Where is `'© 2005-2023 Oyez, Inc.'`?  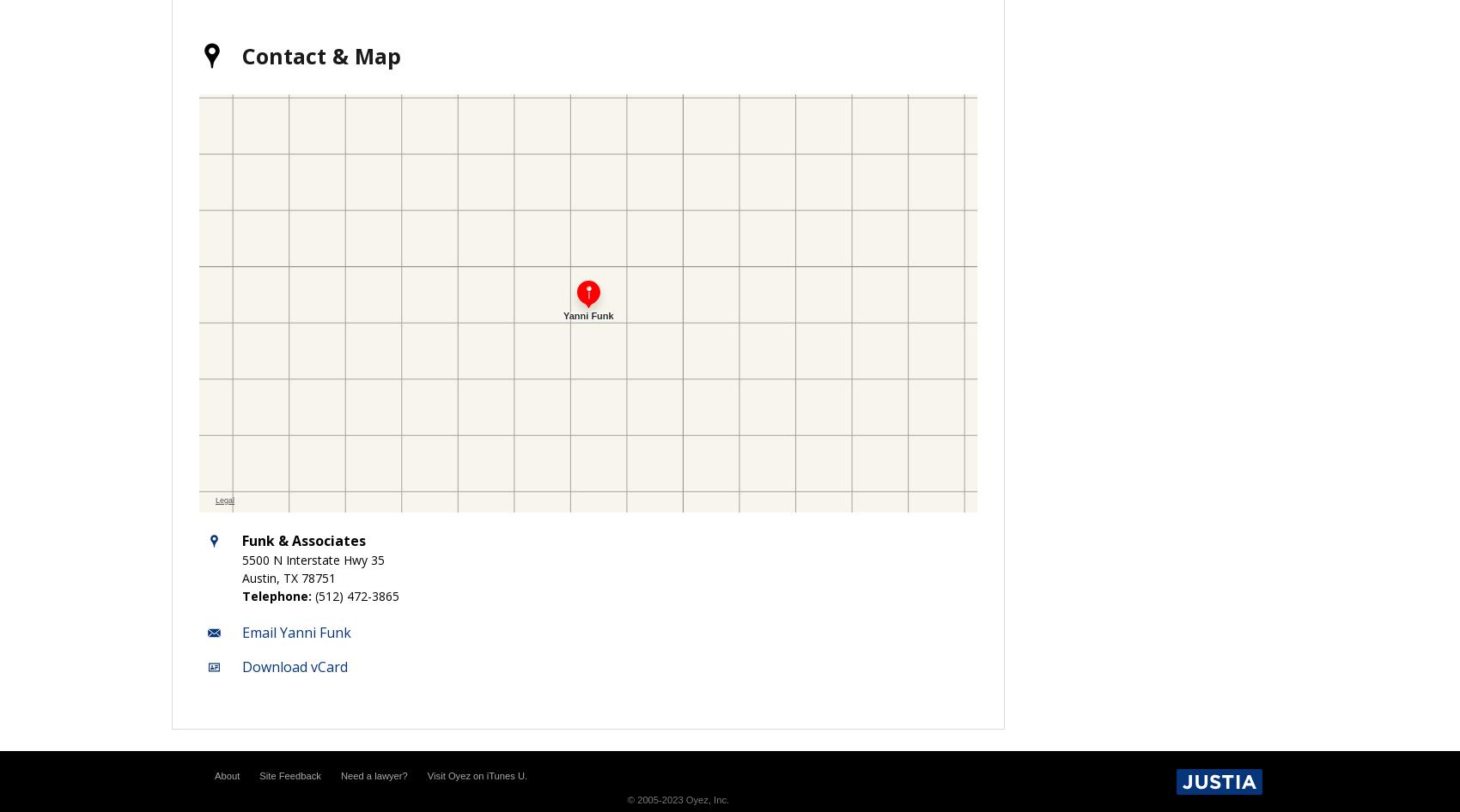
'© 2005-2023 Oyez, Inc.' is located at coordinates (677, 797).